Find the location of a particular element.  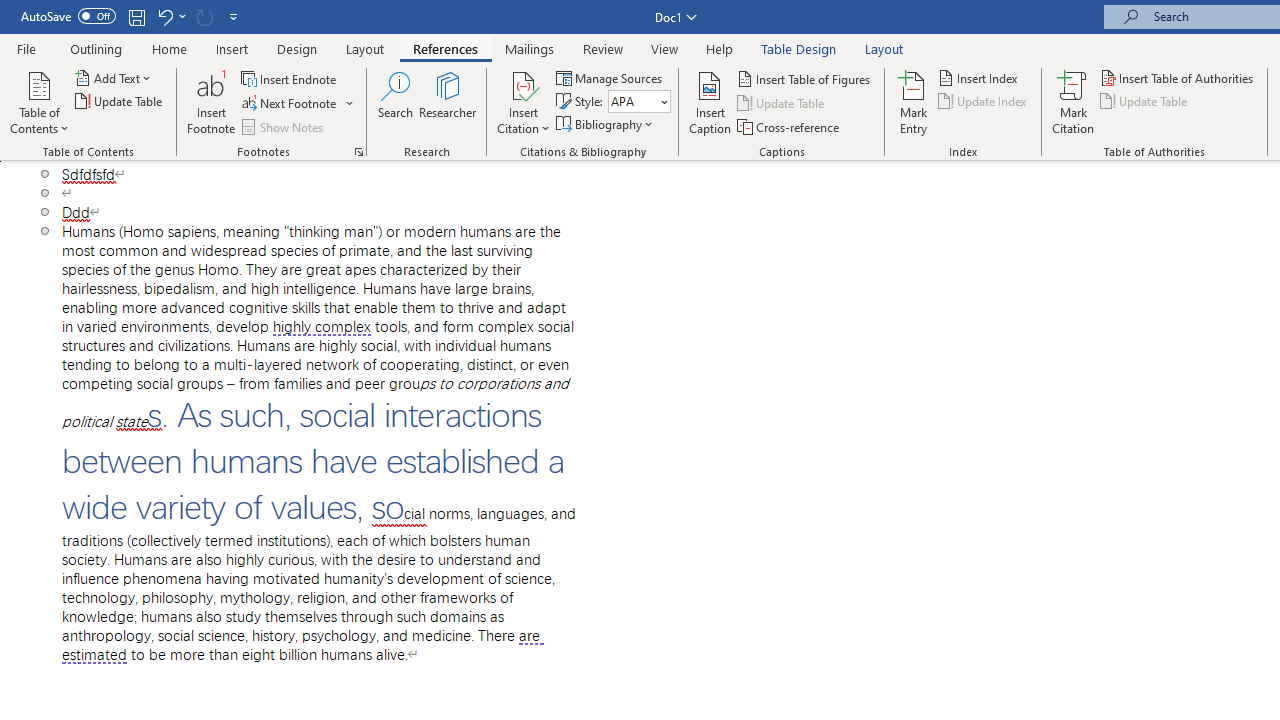

'Style' is located at coordinates (631, 101).